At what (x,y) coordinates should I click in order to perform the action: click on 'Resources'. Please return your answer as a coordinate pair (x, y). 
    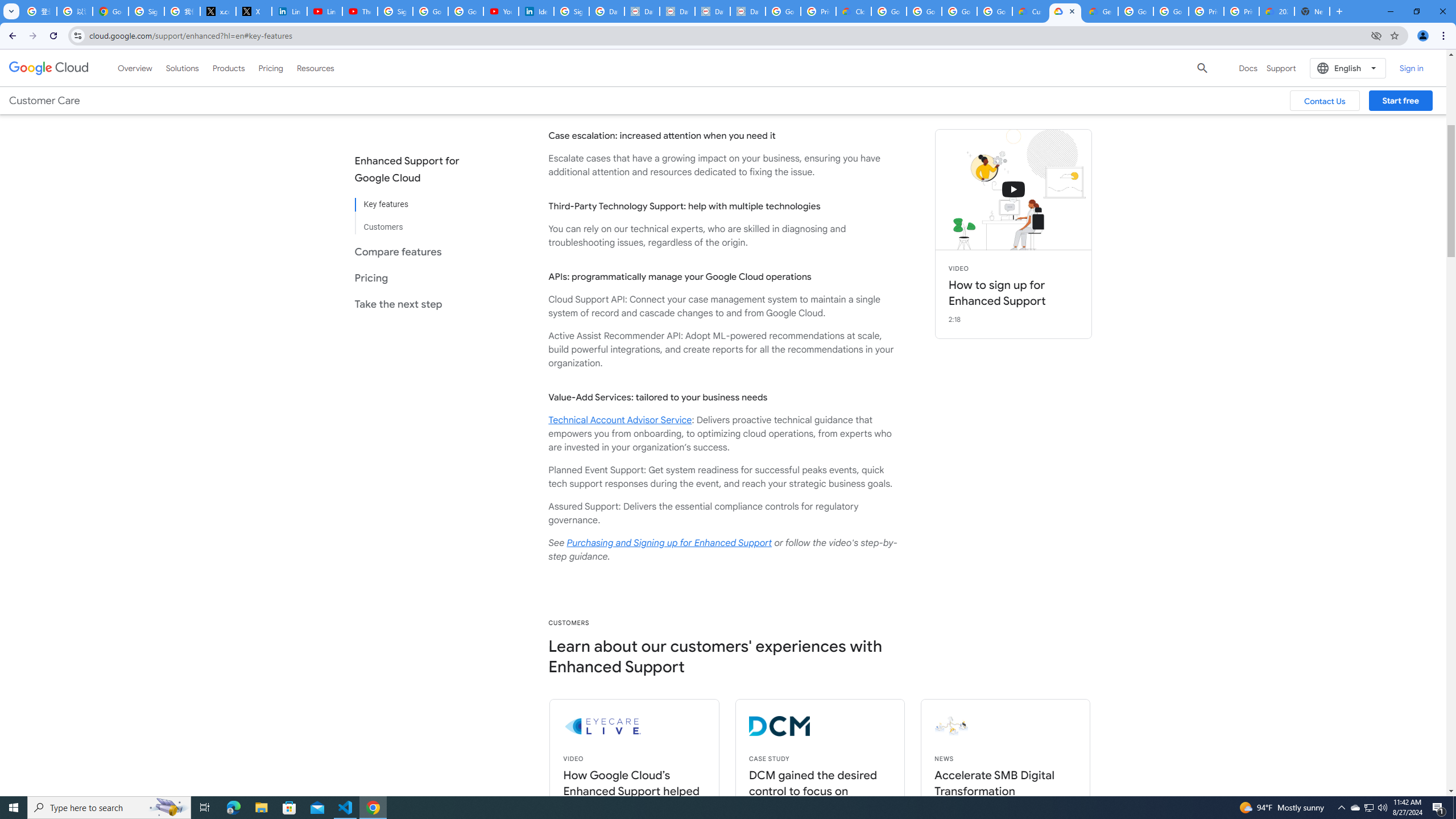
    Looking at the image, I should click on (315, 67).